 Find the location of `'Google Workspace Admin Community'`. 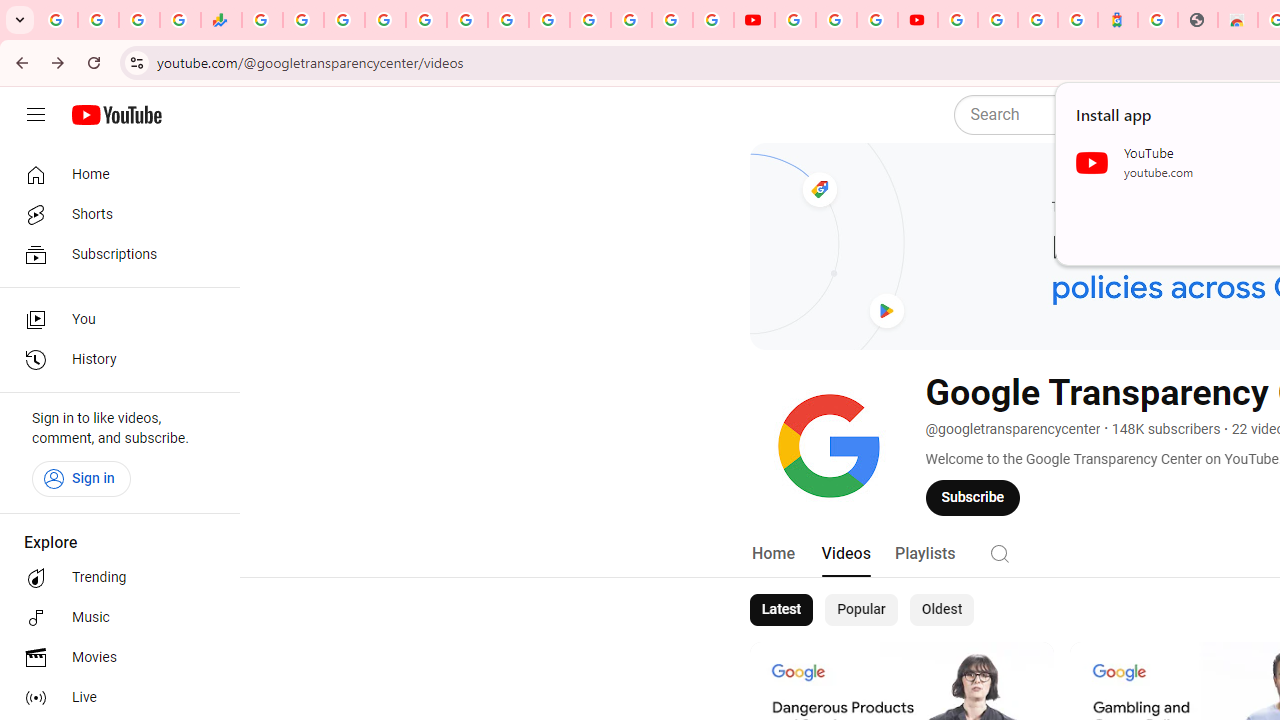

'Google Workspace Admin Community' is located at coordinates (57, 20).